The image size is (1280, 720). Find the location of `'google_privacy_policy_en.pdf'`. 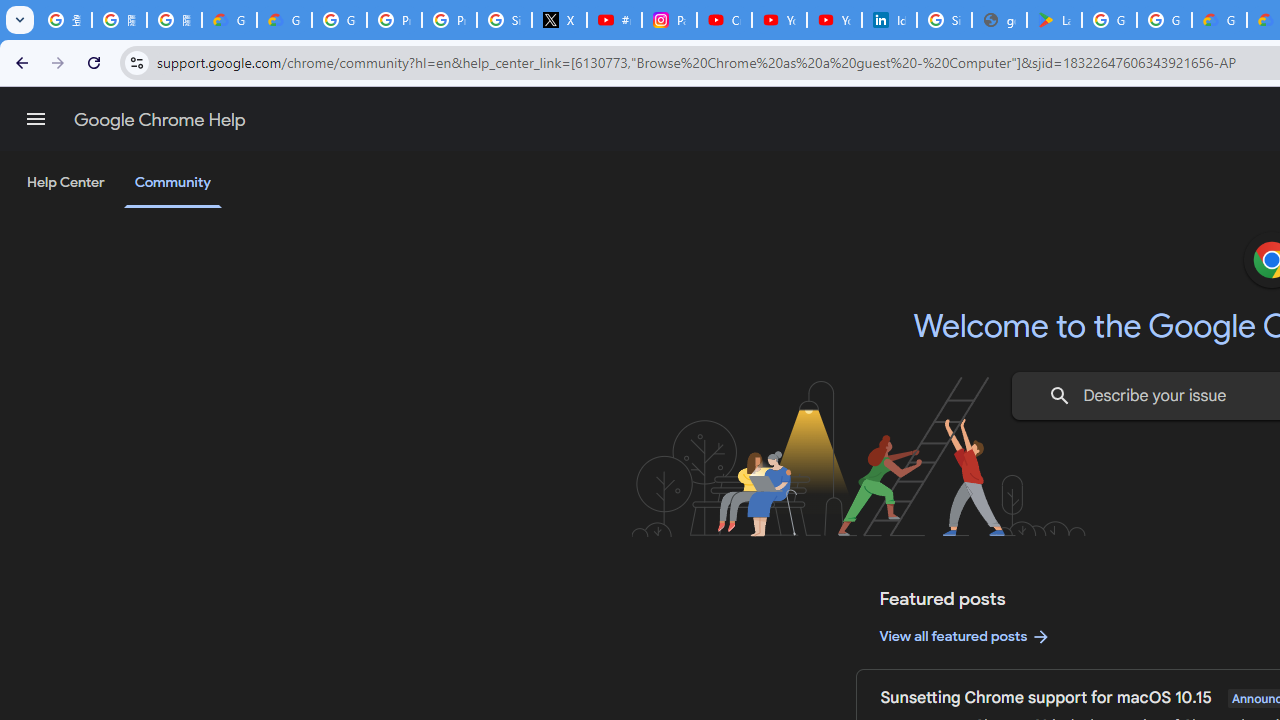

'google_privacy_policy_en.pdf' is located at coordinates (999, 20).